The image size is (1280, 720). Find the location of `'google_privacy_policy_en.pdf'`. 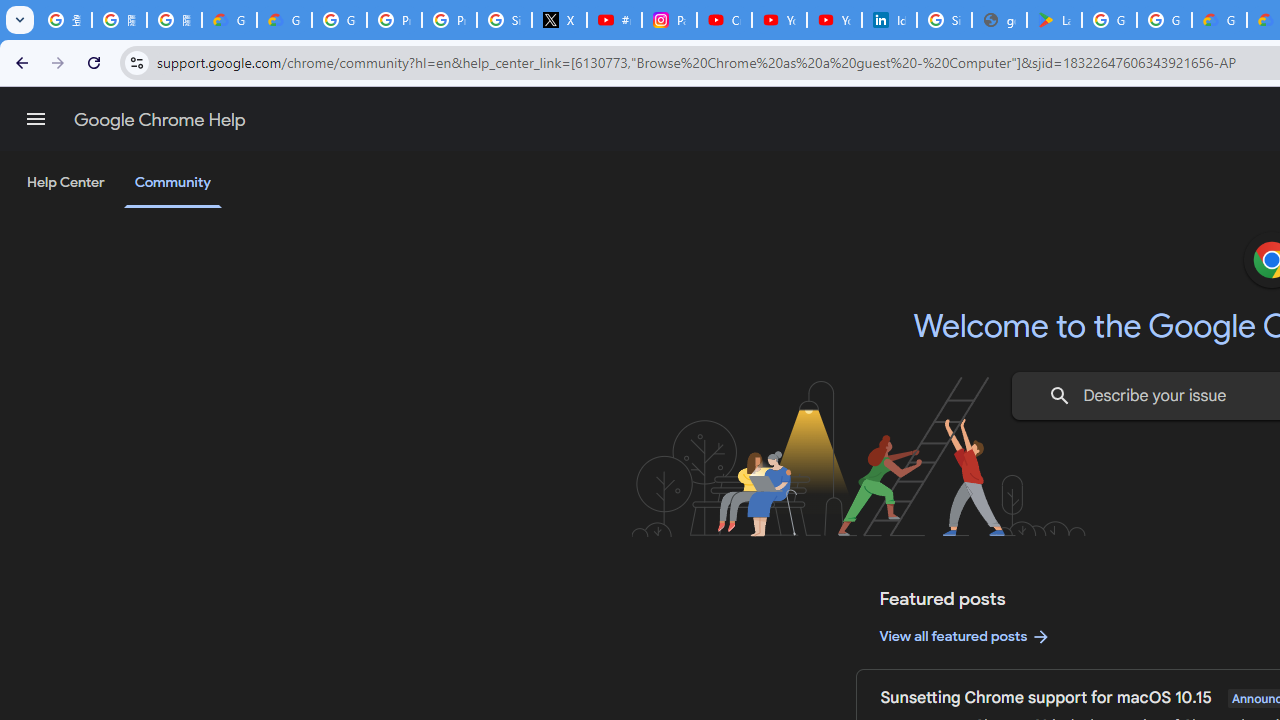

'google_privacy_policy_en.pdf' is located at coordinates (999, 20).